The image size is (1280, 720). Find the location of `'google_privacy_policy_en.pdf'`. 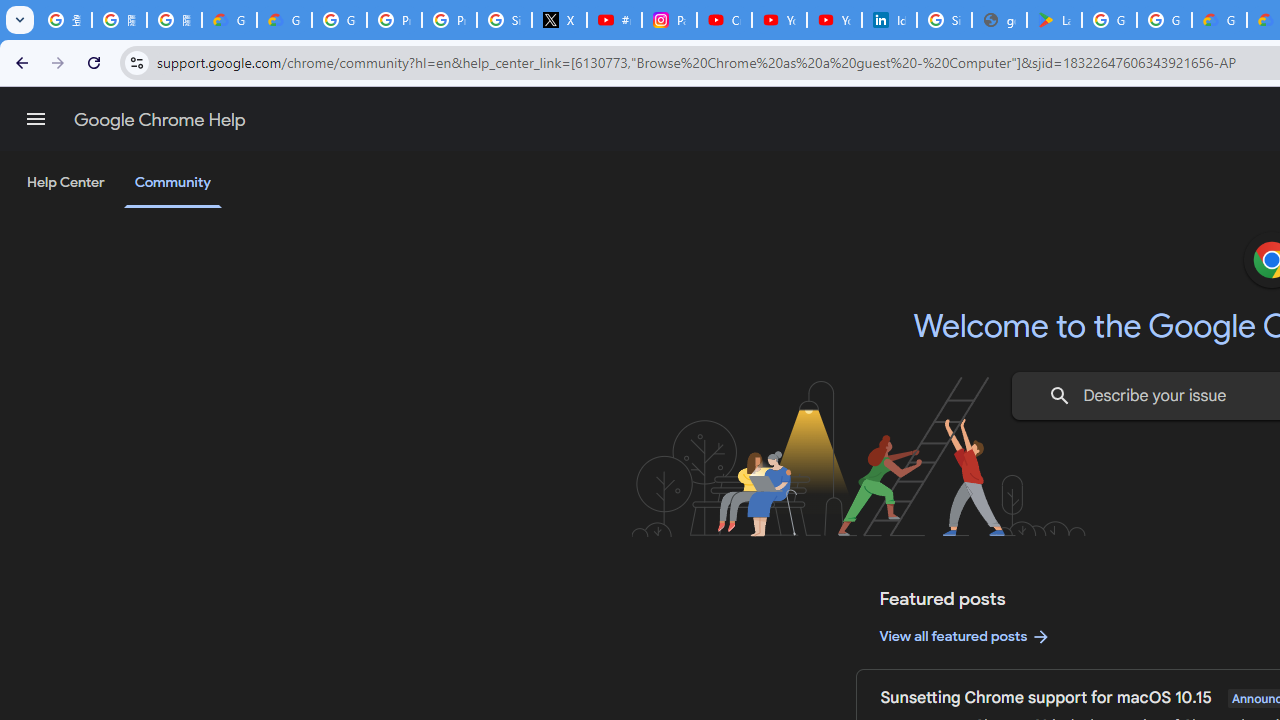

'google_privacy_policy_en.pdf' is located at coordinates (999, 20).